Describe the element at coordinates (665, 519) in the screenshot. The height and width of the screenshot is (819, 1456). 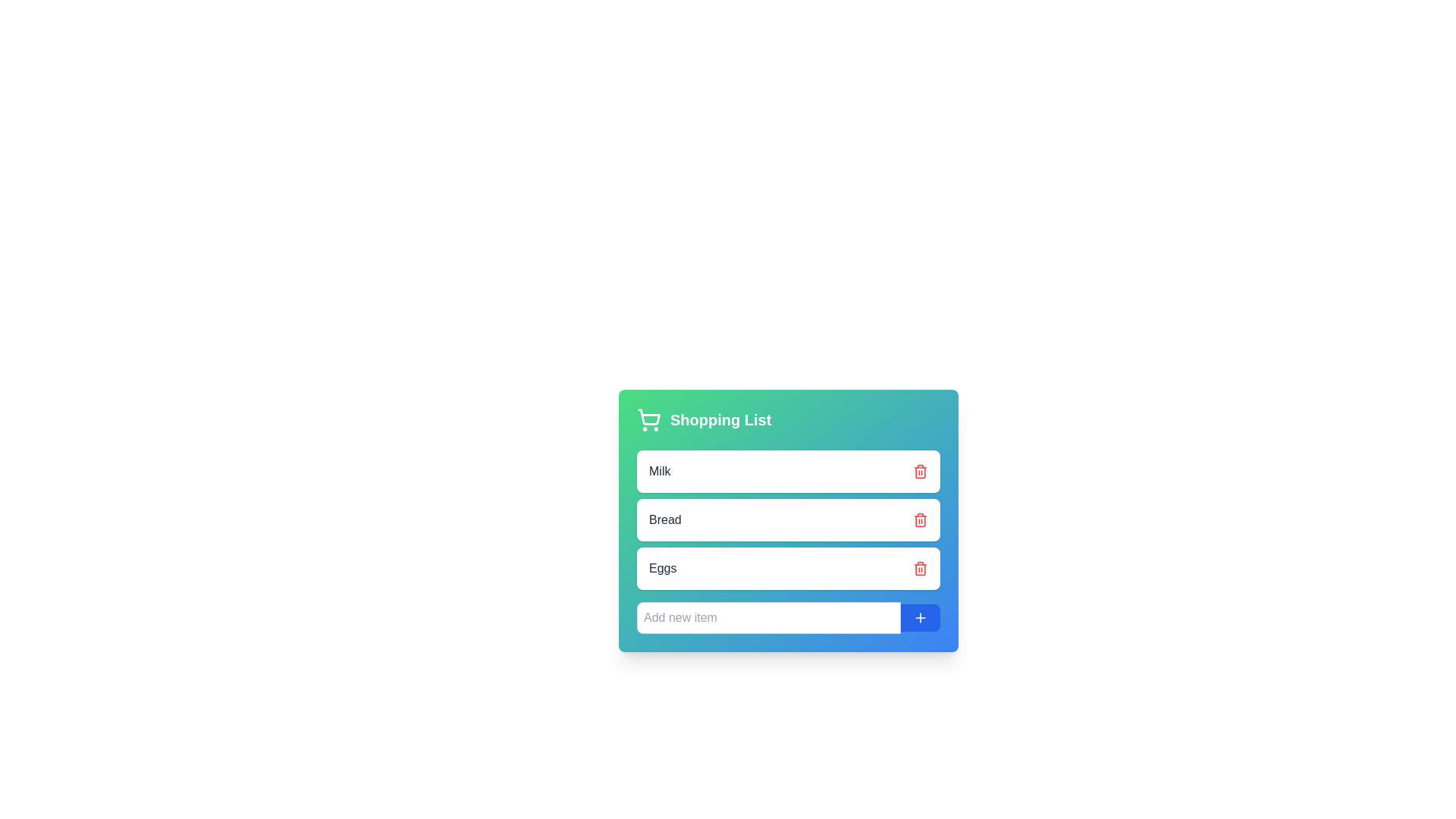
I see `text label that displays 'Bread' in bold gray font, located within the second item of the shopping list card` at that location.